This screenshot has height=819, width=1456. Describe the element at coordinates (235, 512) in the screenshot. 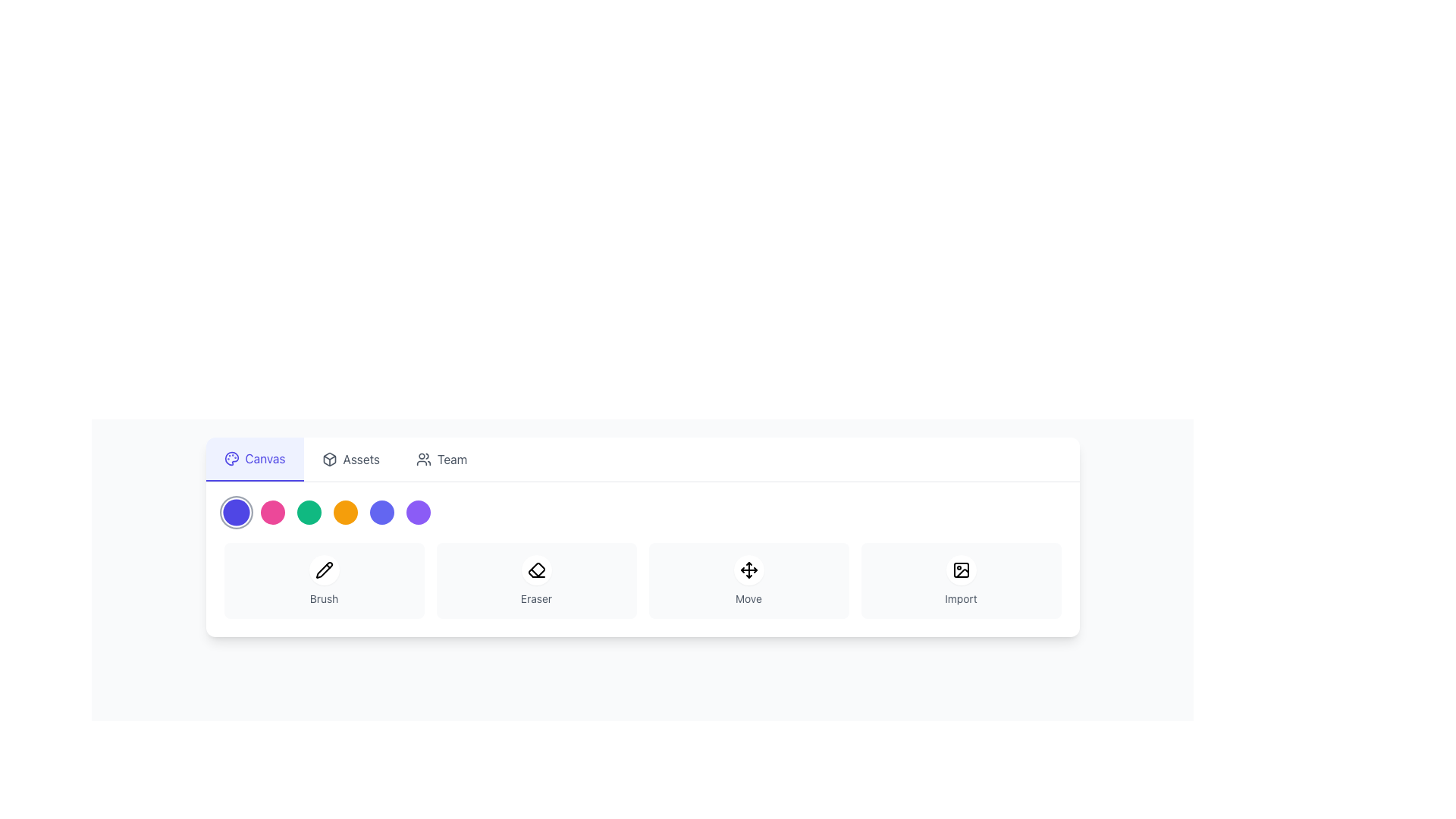

I see `the first circular button in the sequence of six horizontally arranged UI components` at that location.